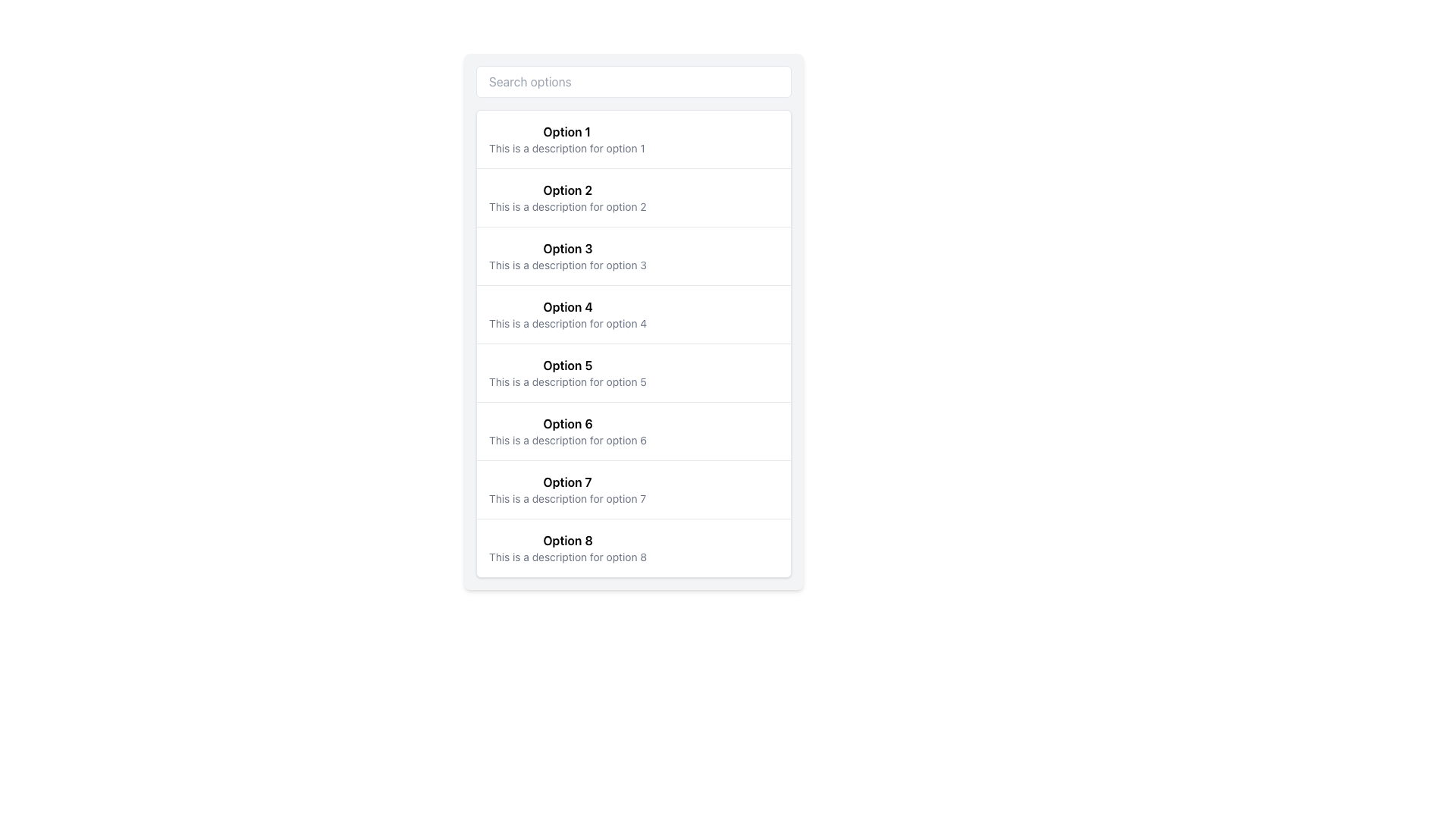 This screenshot has height=819, width=1456. What do you see at coordinates (566, 189) in the screenshot?
I see `text content of the bold label displaying 'Option 2', which is the second title in a vertical list of selectable options` at bounding box center [566, 189].